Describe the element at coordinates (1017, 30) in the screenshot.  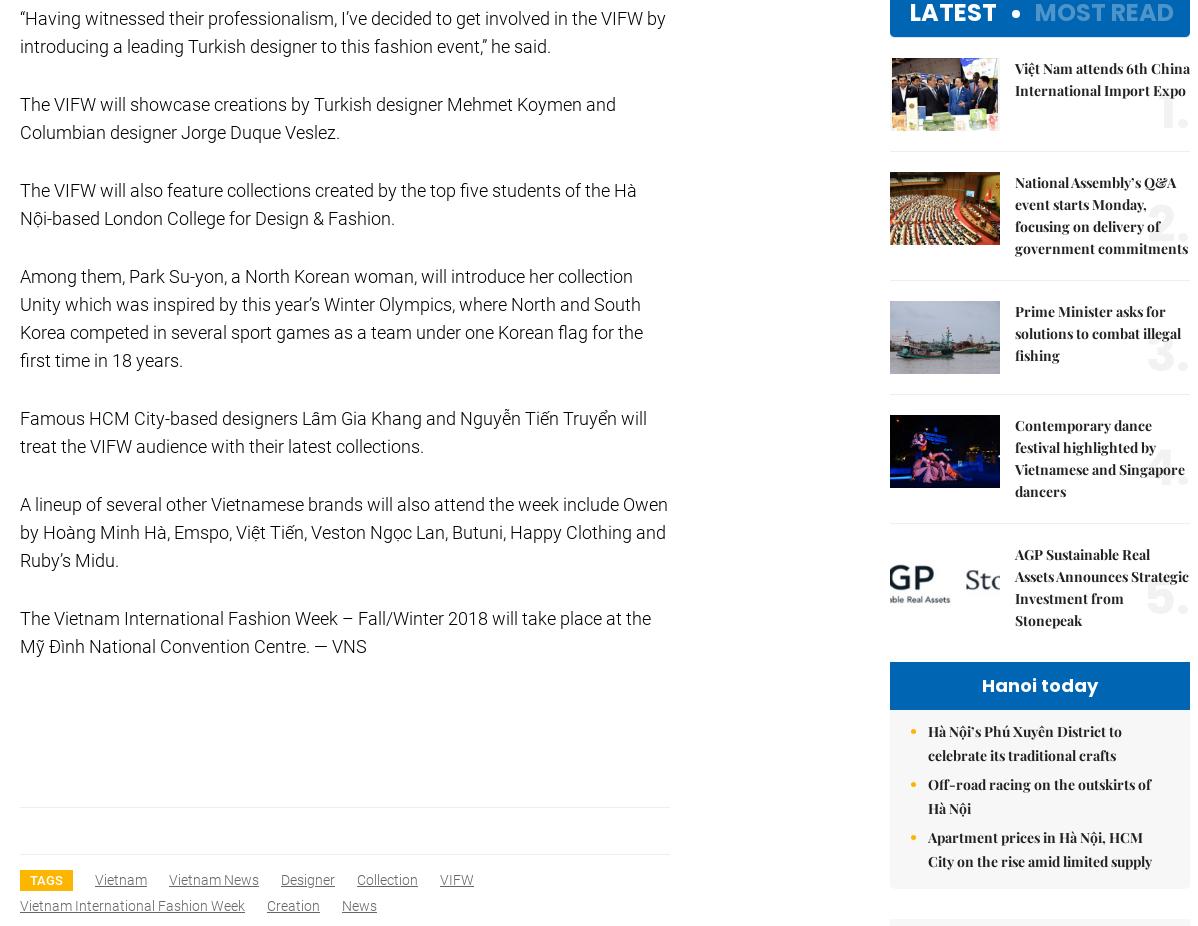
I see `'GliaStudio'` at that location.